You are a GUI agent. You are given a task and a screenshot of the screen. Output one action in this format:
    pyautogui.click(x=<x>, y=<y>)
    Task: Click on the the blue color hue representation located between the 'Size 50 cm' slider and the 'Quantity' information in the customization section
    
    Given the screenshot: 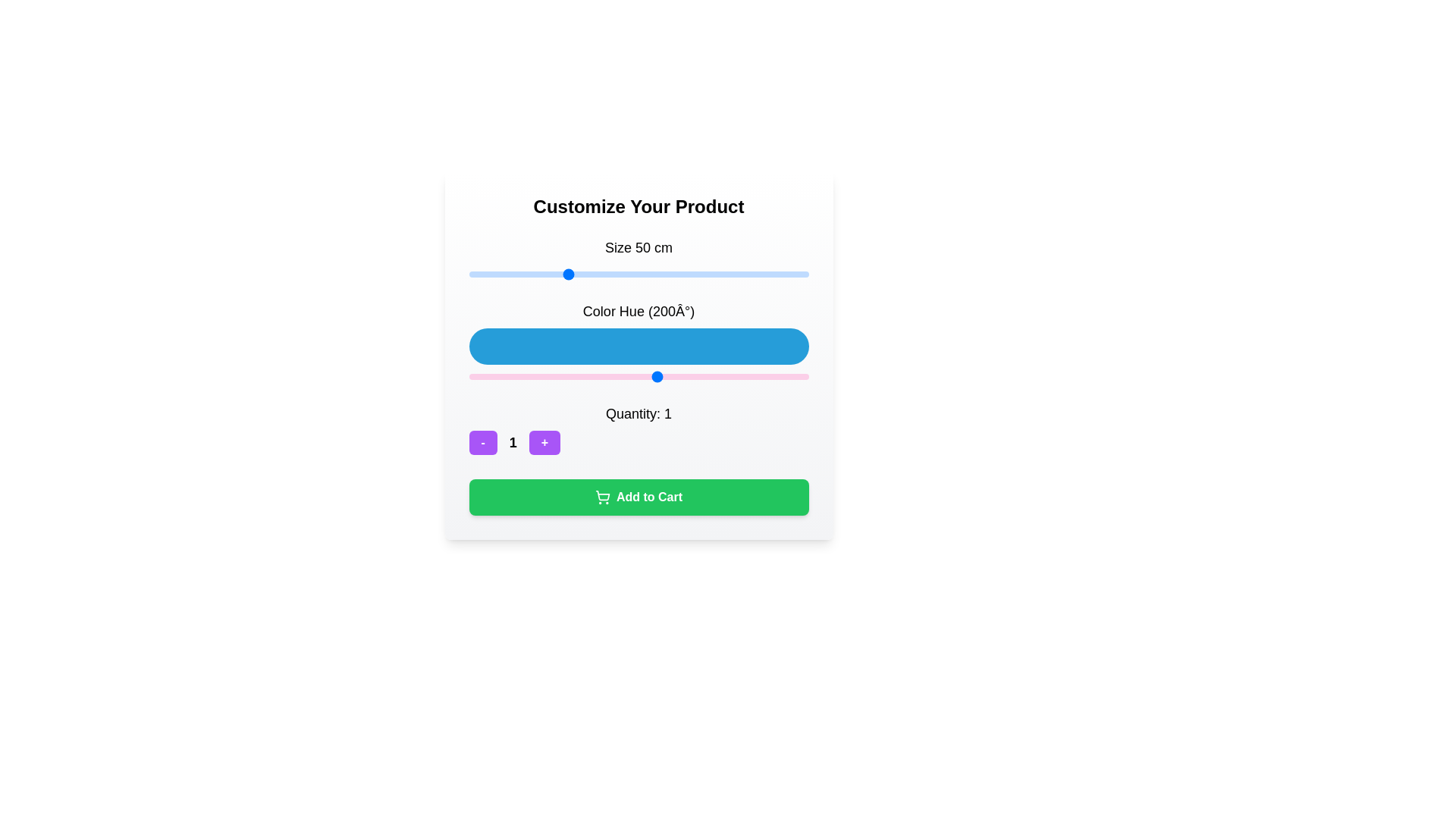 What is the action you would take?
    pyautogui.click(x=639, y=346)
    